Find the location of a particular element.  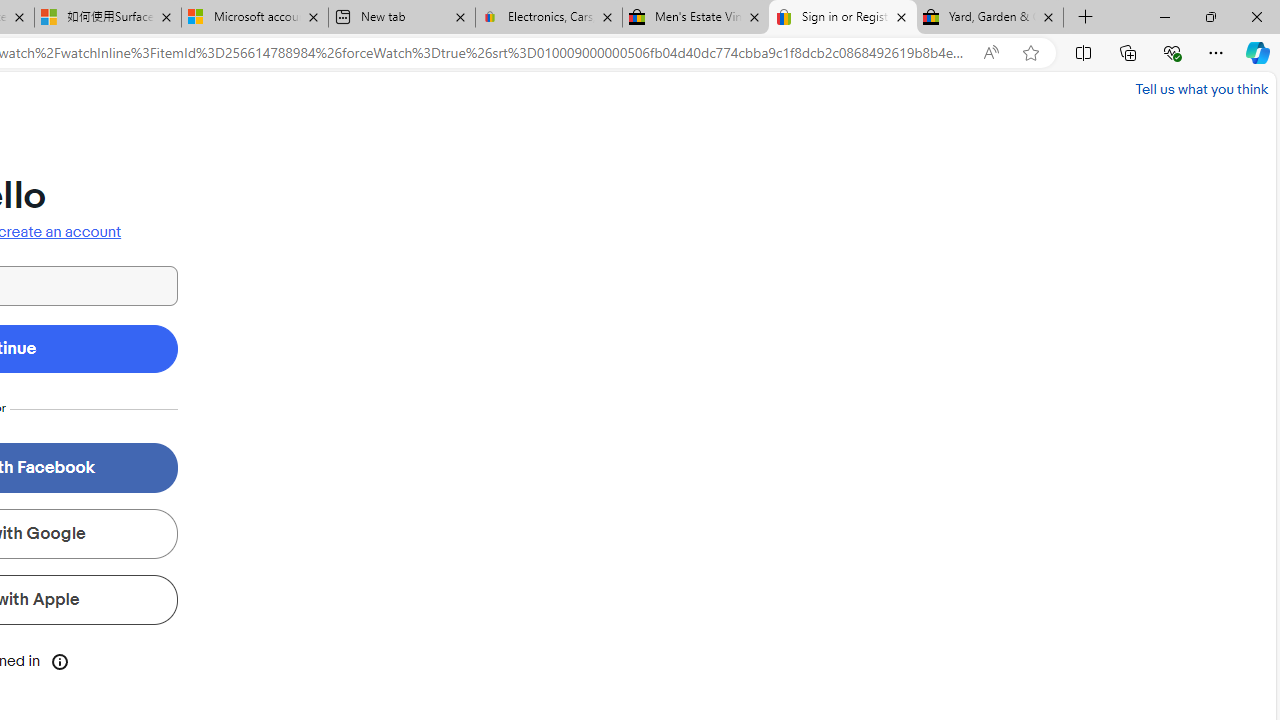

'Class: icon-btn tooltip__host icon-btn--transparent' is located at coordinates (60, 660).